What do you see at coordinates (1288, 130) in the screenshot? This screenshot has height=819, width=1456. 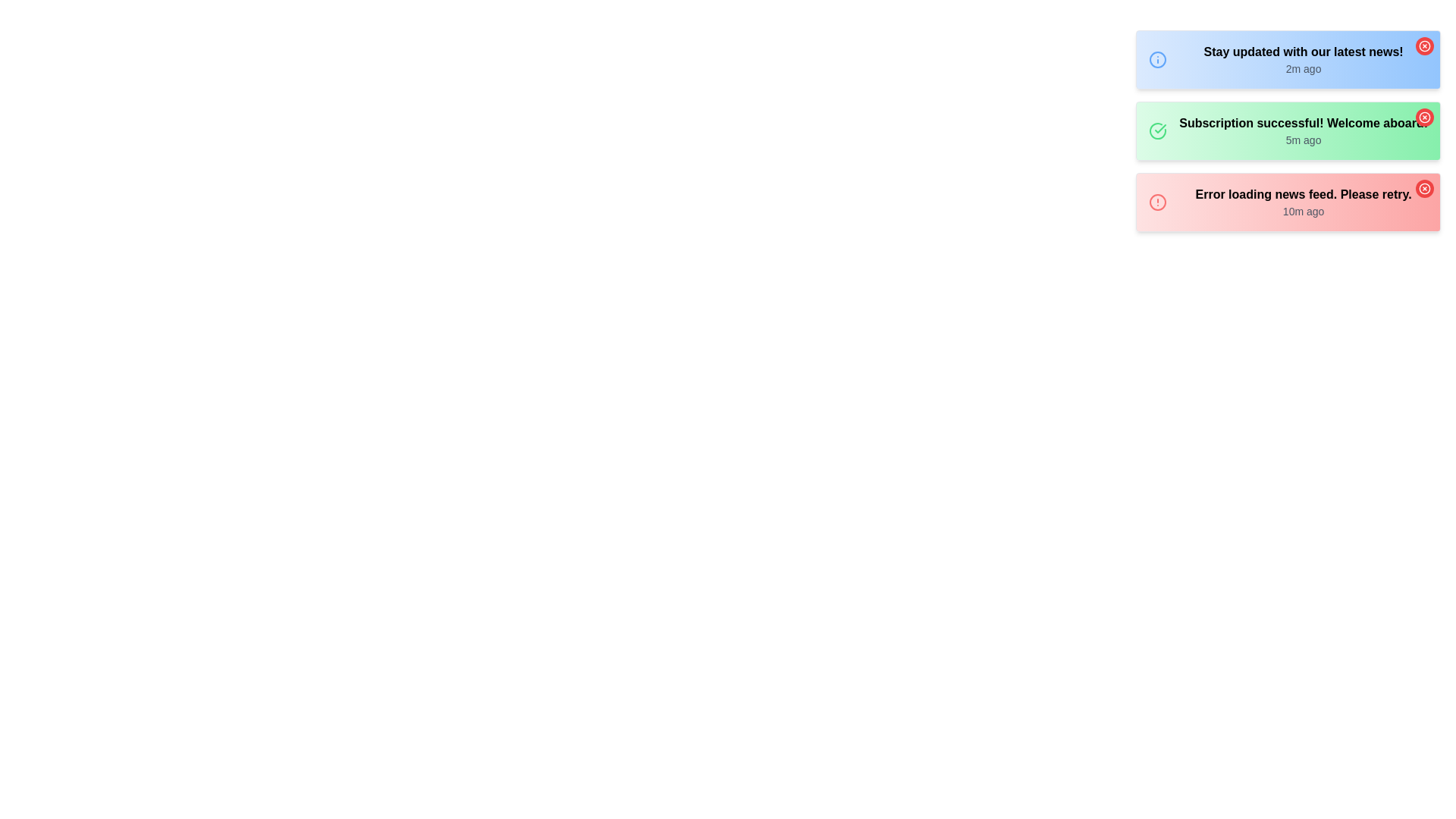 I see `the close button on the top-right corner of the second notification box that informs the user about a successful subscription event` at bounding box center [1288, 130].